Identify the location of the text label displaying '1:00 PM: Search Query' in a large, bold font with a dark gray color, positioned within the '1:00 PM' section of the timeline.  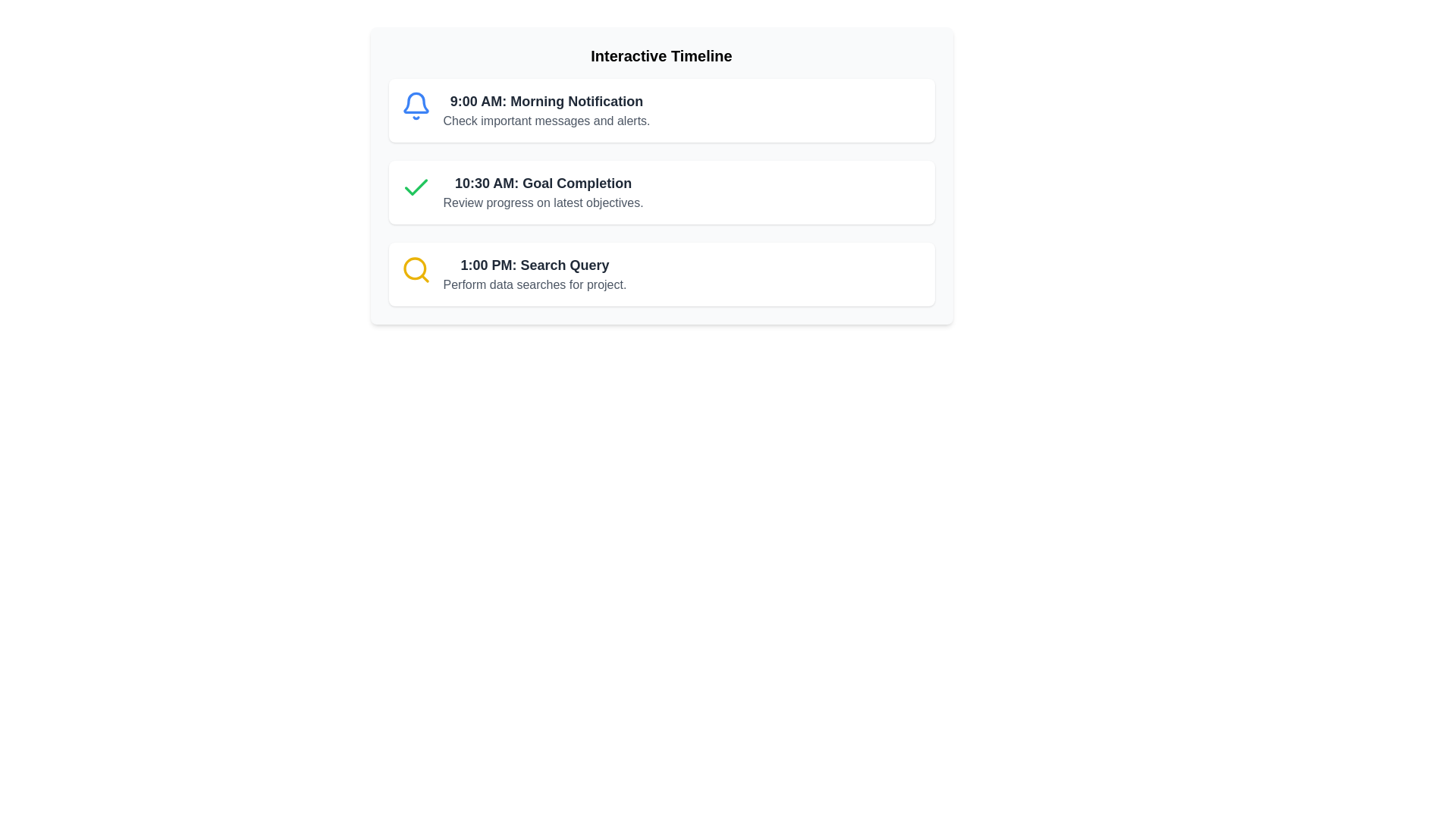
(535, 265).